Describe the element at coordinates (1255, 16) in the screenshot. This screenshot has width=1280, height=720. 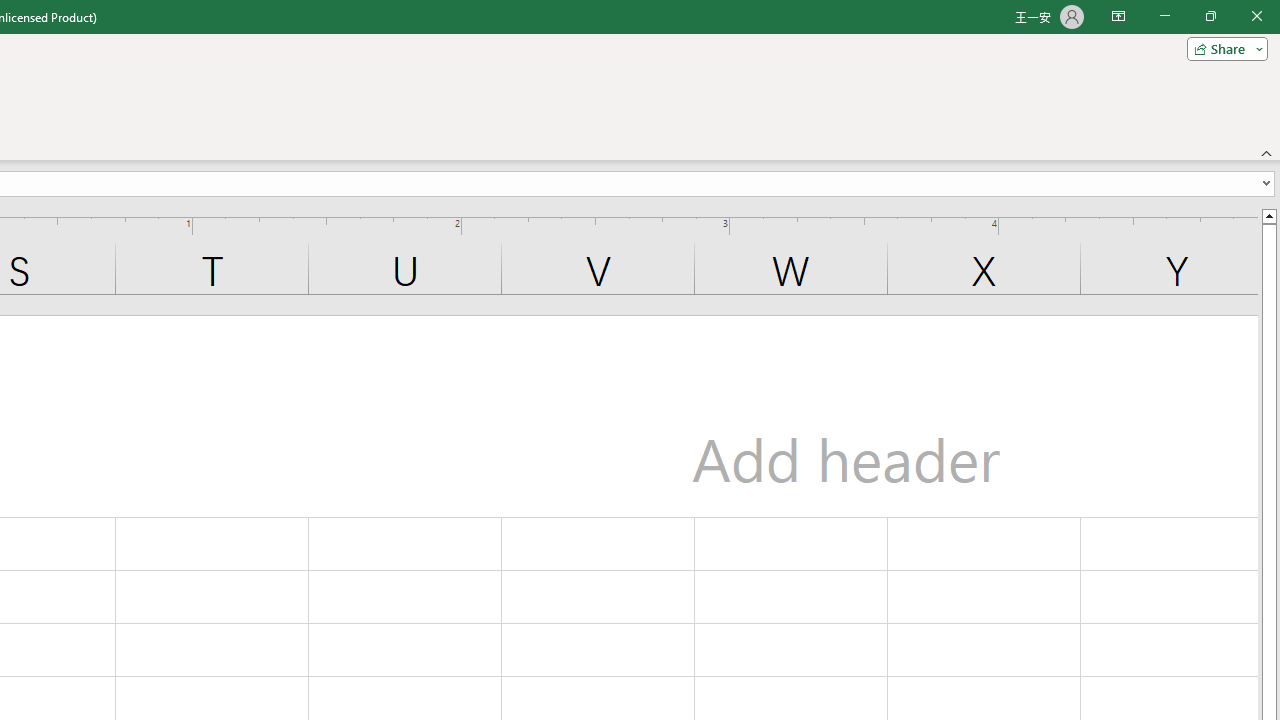
I see `'Close'` at that location.